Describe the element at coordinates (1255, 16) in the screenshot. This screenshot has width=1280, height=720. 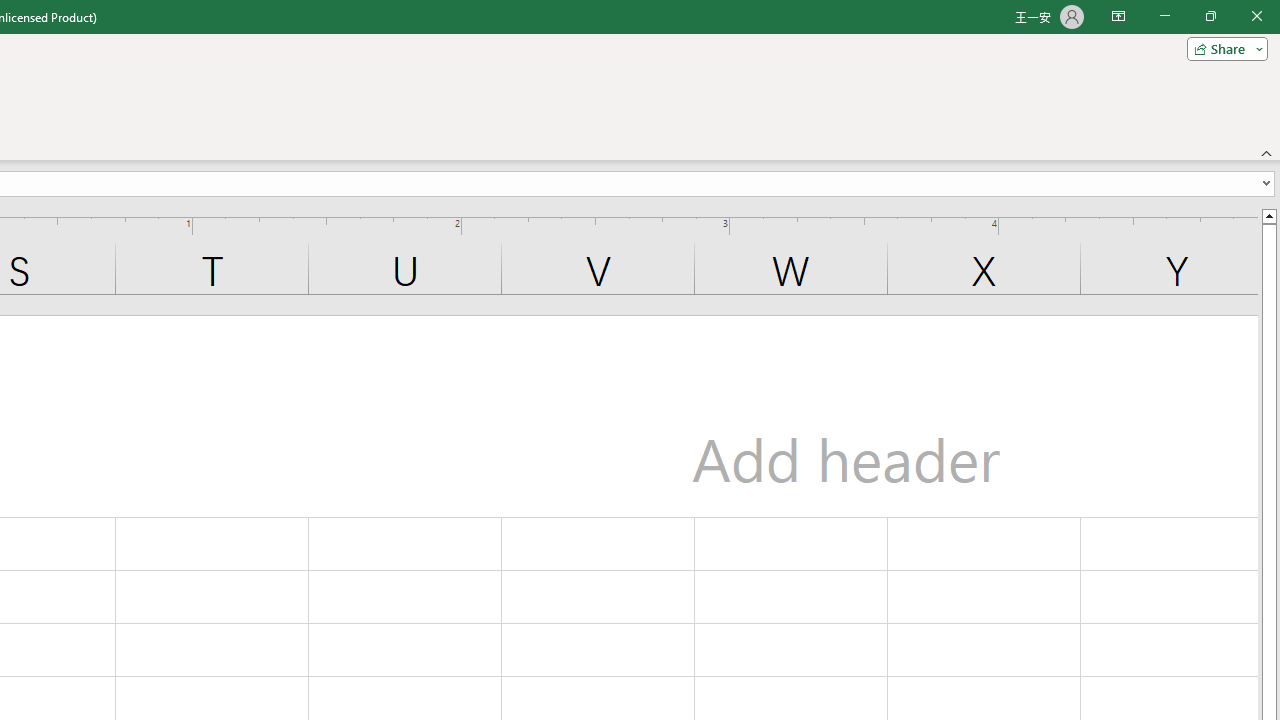
I see `'Close'` at that location.